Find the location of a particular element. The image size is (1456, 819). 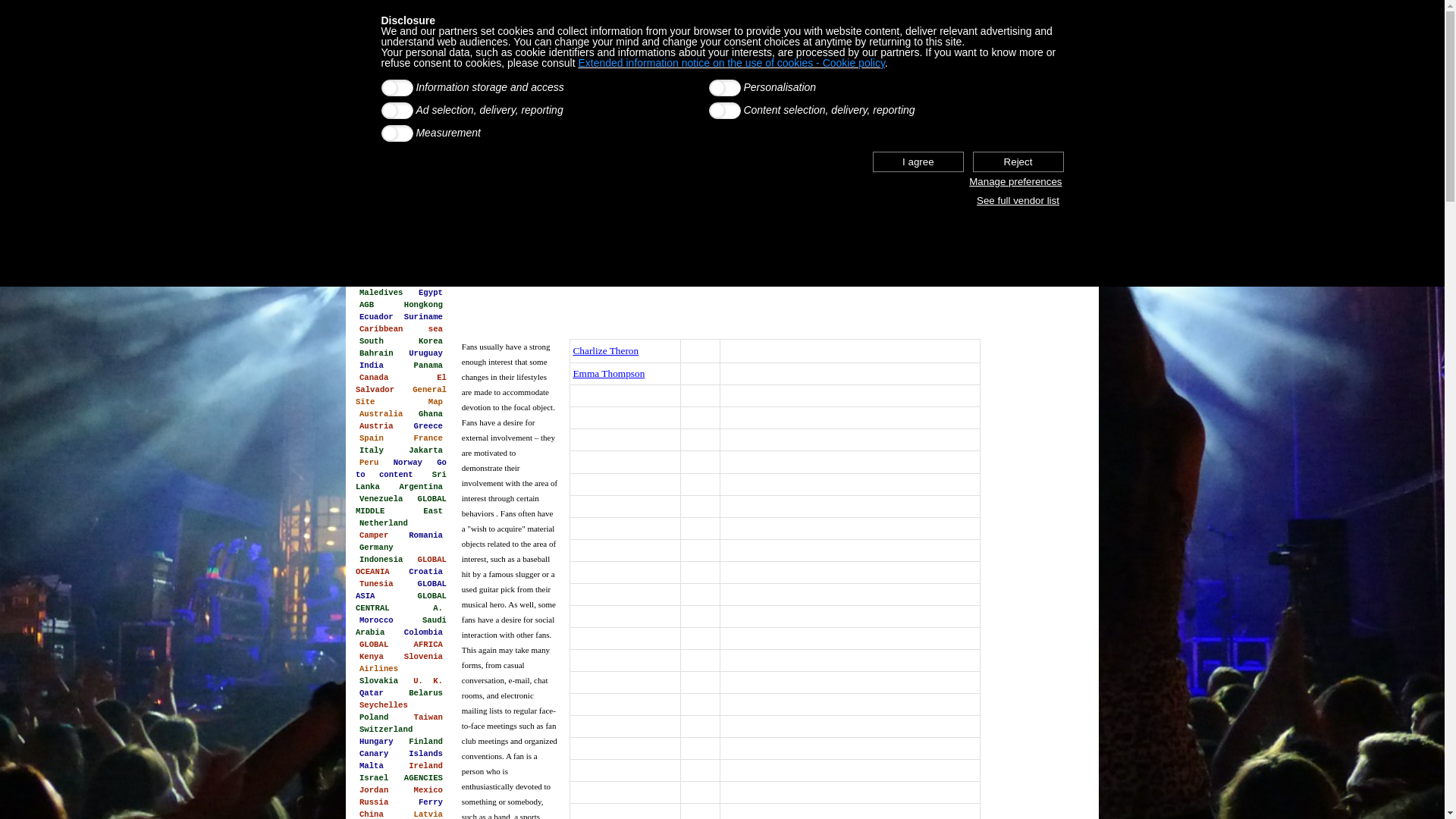

'Norway' is located at coordinates (407, 461).